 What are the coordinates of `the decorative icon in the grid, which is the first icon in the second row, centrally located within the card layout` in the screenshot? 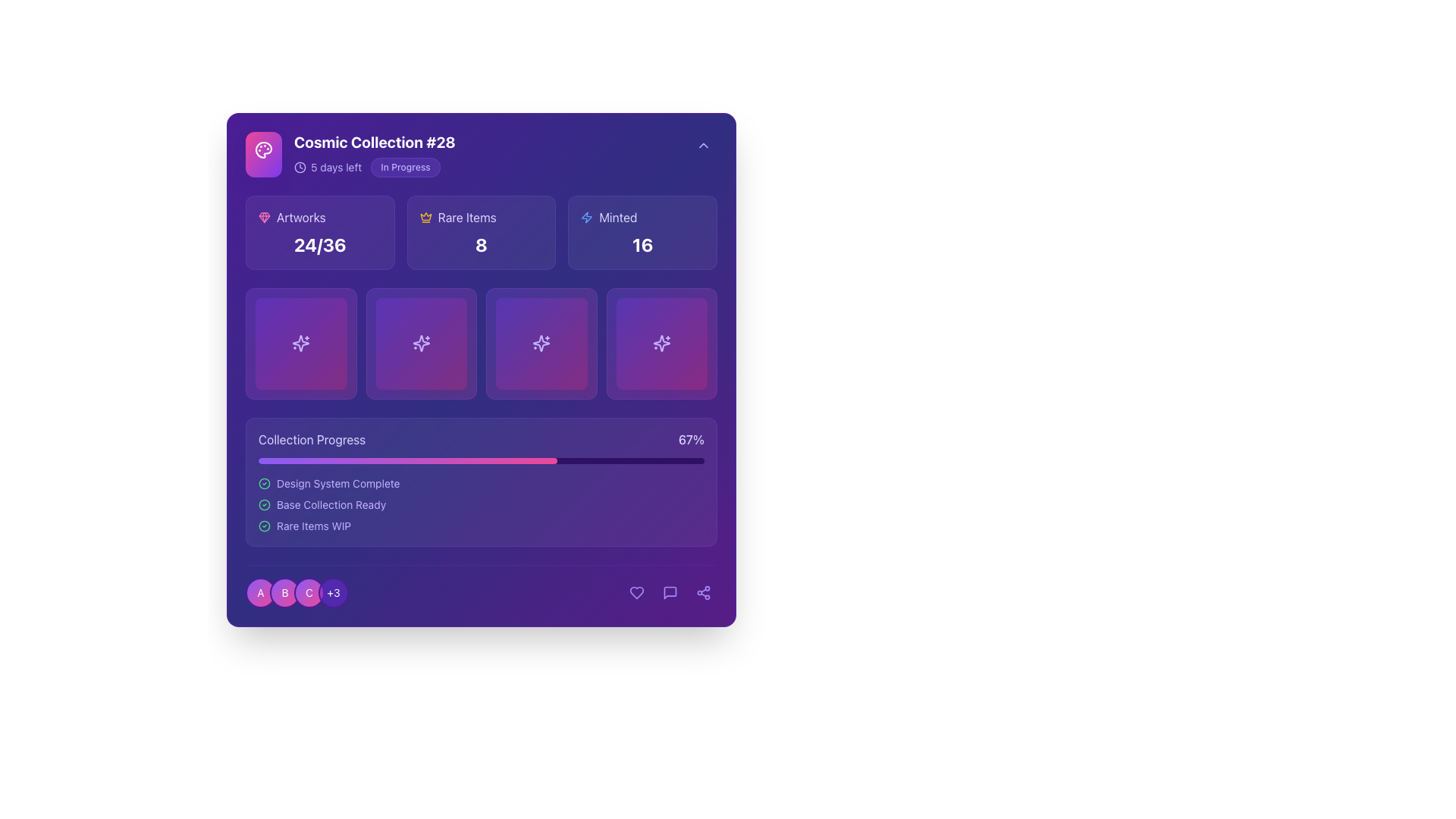 It's located at (661, 344).